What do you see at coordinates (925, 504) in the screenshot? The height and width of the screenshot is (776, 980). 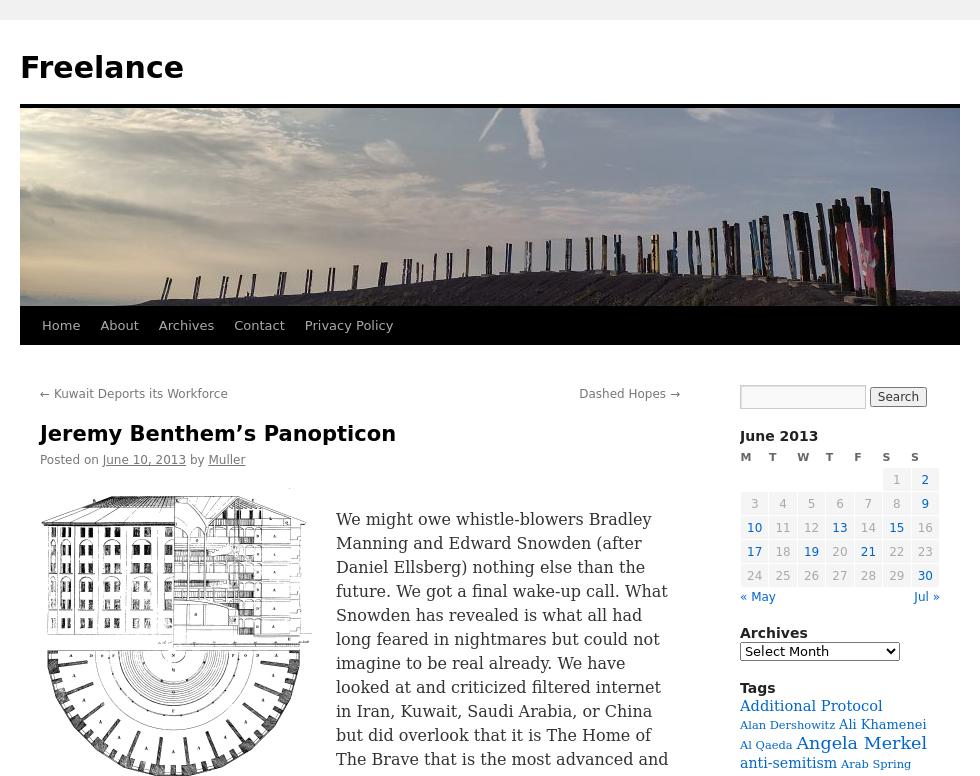 I see `'9'` at bounding box center [925, 504].